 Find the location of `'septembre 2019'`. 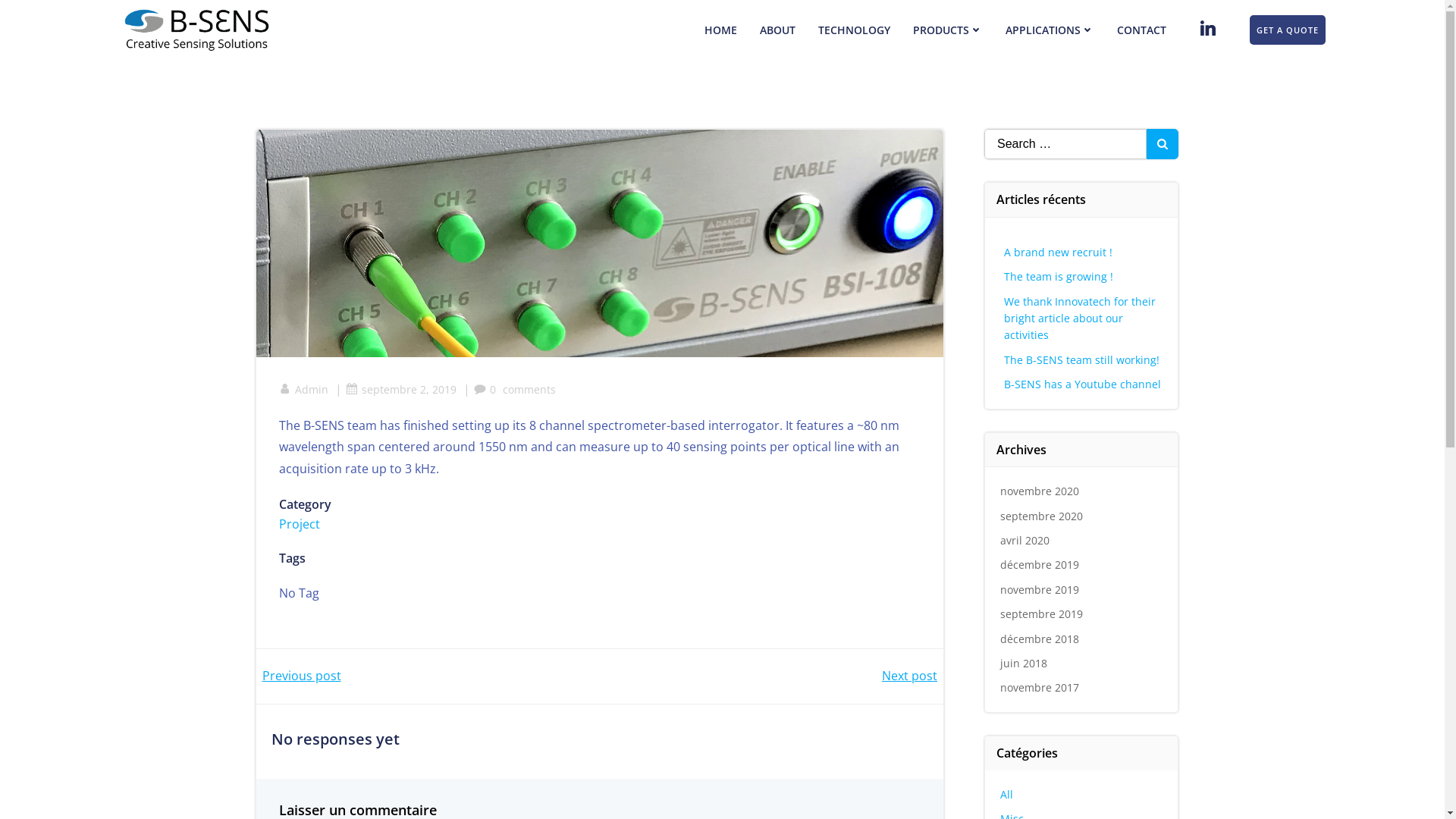

'septembre 2019' is located at coordinates (1040, 613).